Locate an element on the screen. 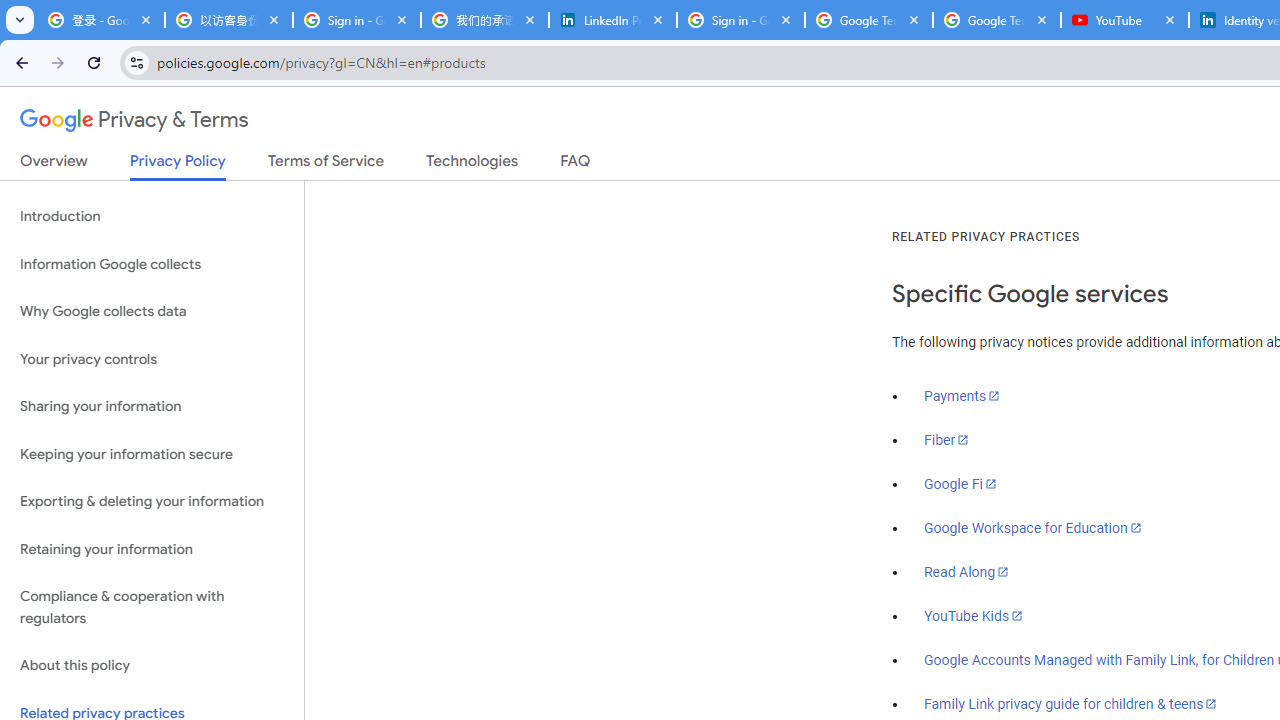 The width and height of the screenshot is (1280, 720). 'Family Link privacy guide for children & teens' is located at coordinates (1070, 702).